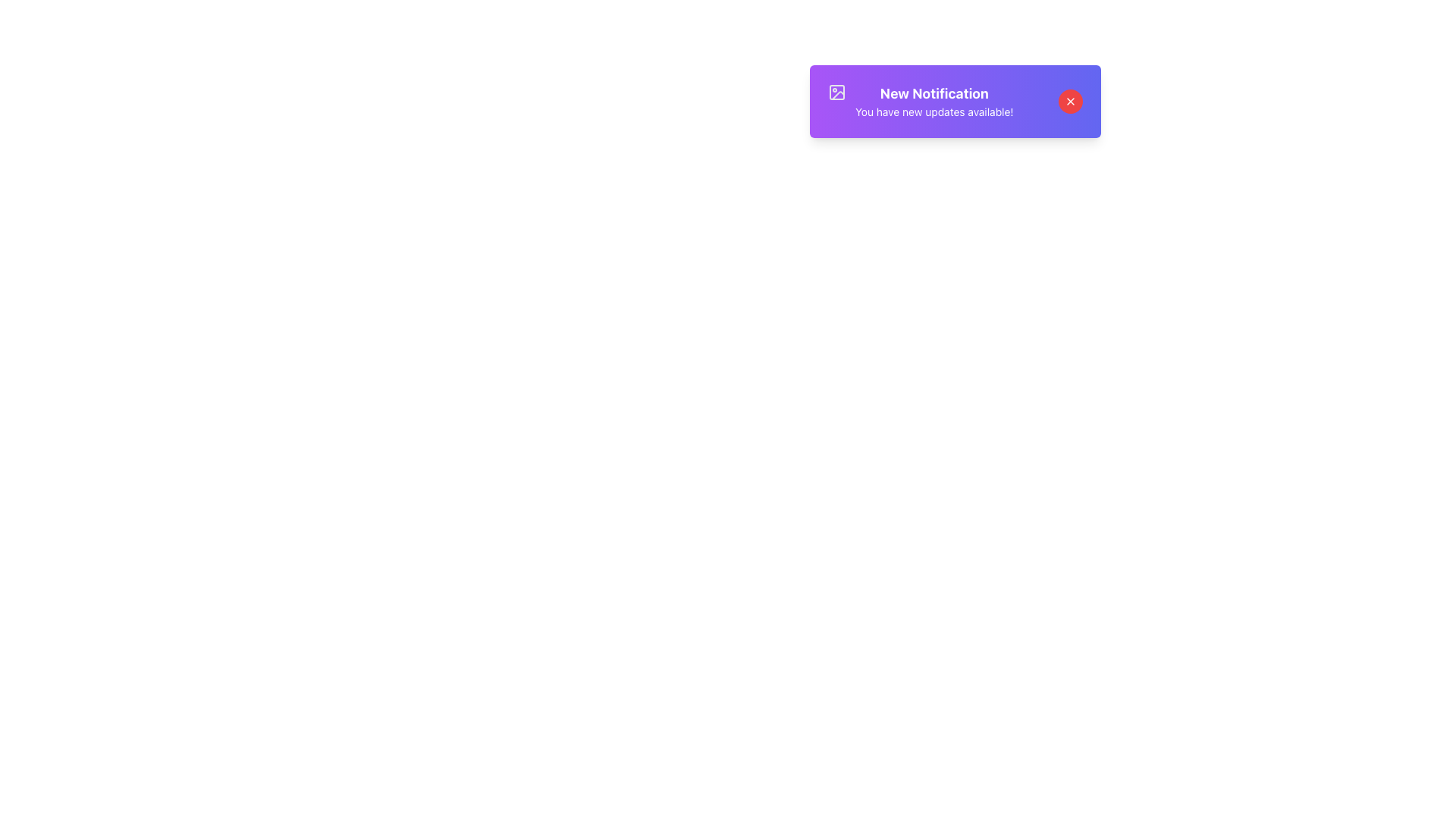  Describe the element at coordinates (920, 102) in the screenshot. I see `the 'New Notification' Text Display with Icon, which includes the bold text and an accompanying icon on the left side` at that location.